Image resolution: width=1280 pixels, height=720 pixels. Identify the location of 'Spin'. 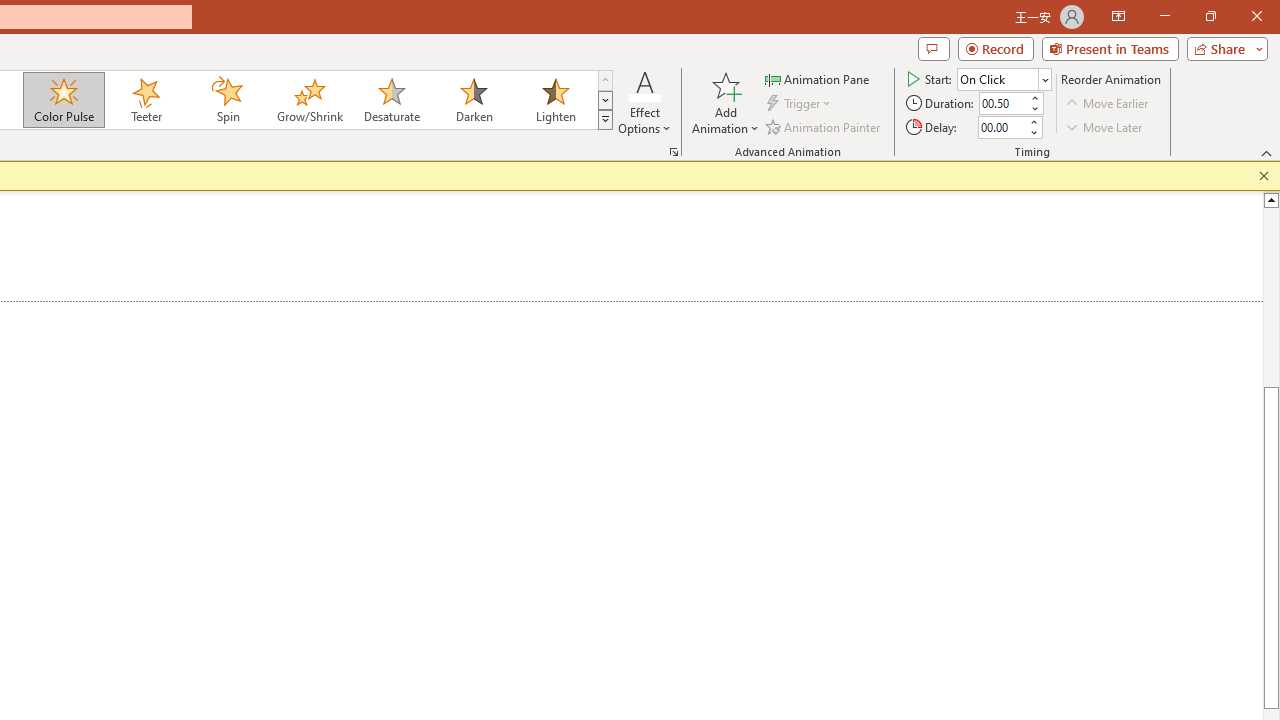
(227, 100).